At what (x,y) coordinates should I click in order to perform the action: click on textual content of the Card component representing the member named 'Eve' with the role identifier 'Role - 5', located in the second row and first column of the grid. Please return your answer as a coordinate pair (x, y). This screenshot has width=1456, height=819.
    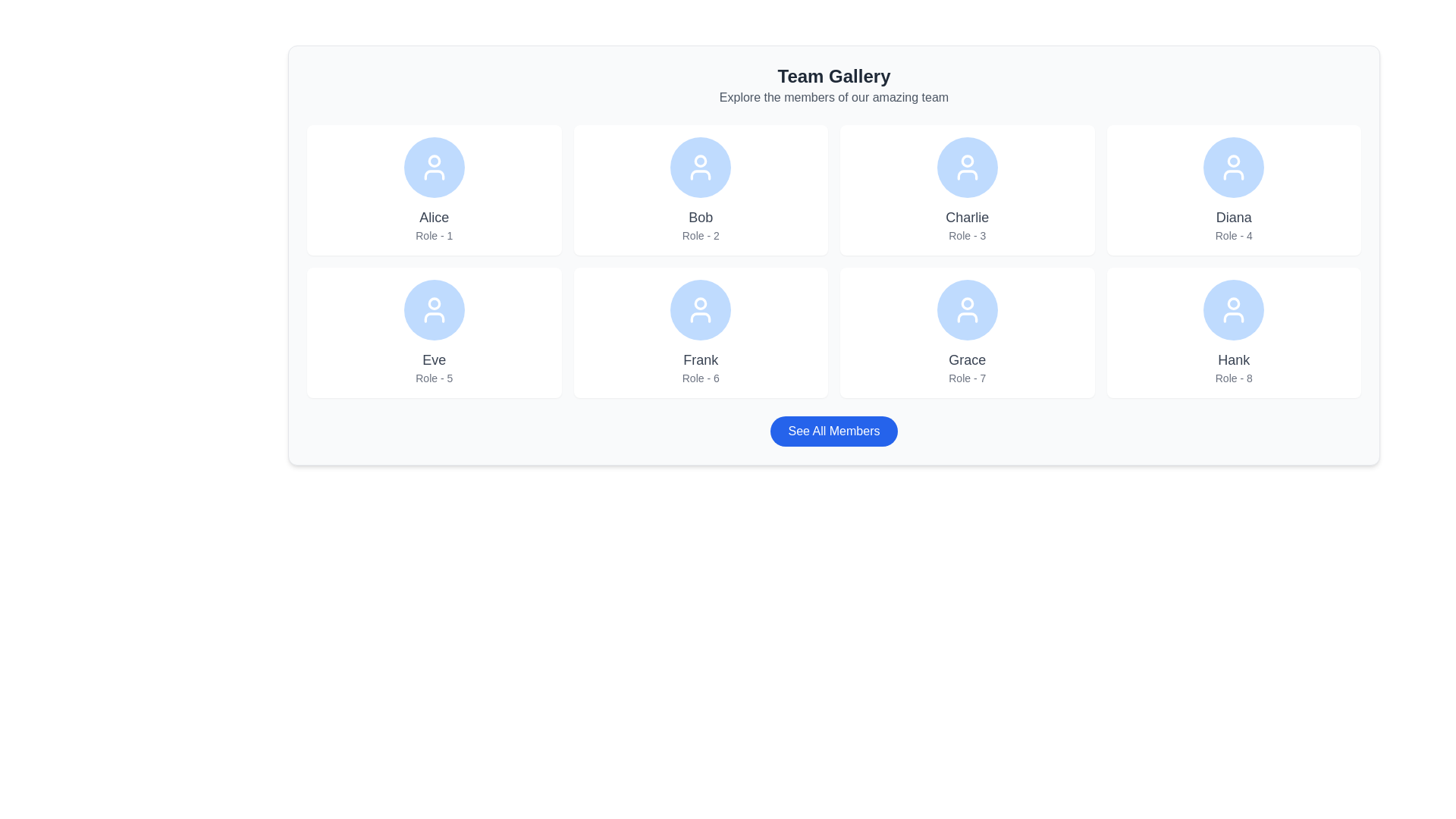
    Looking at the image, I should click on (433, 332).